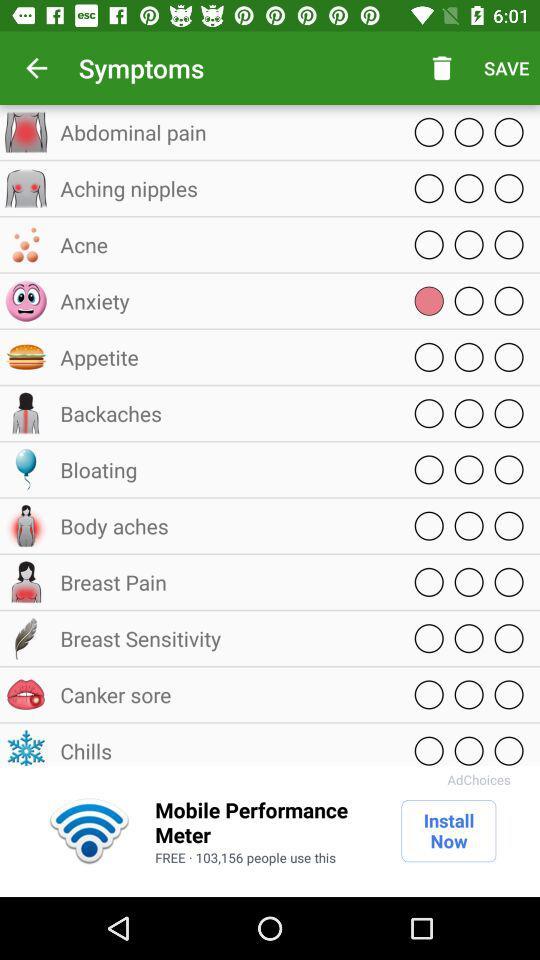 The width and height of the screenshot is (540, 960). Describe the element at coordinates (224, 243) in the screenshot. I see `icon above anxiety item` at that location.